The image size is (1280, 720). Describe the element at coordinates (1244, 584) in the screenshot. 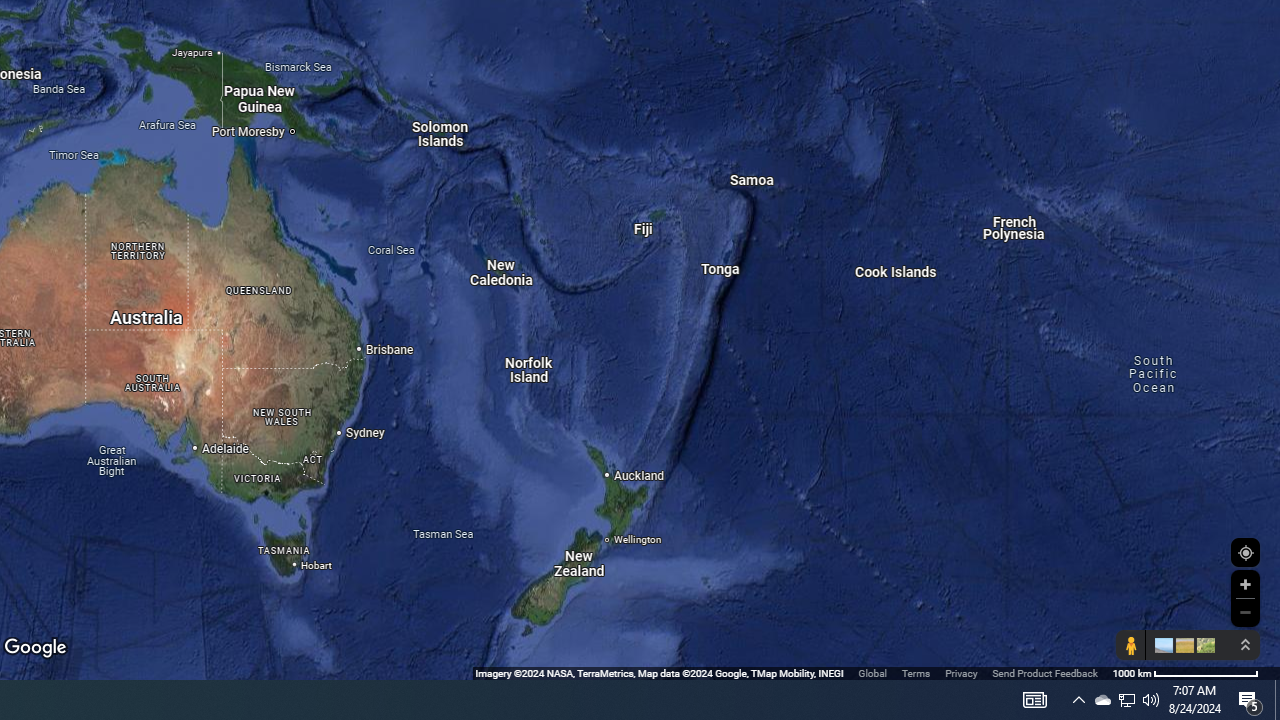

I see `'Zoom in'` at that location.